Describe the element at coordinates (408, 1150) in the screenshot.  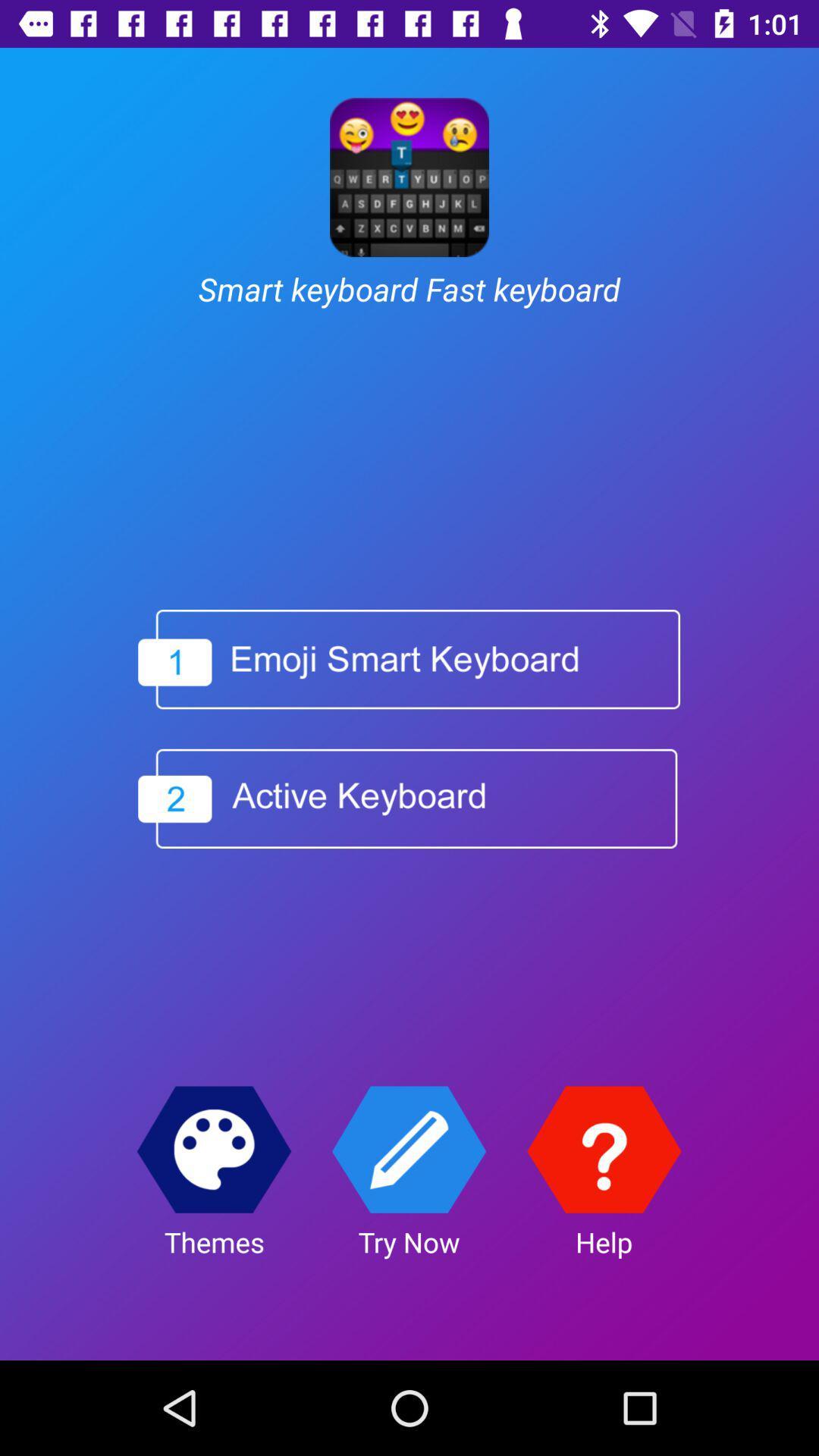
I see `the icon above try now` at that location.